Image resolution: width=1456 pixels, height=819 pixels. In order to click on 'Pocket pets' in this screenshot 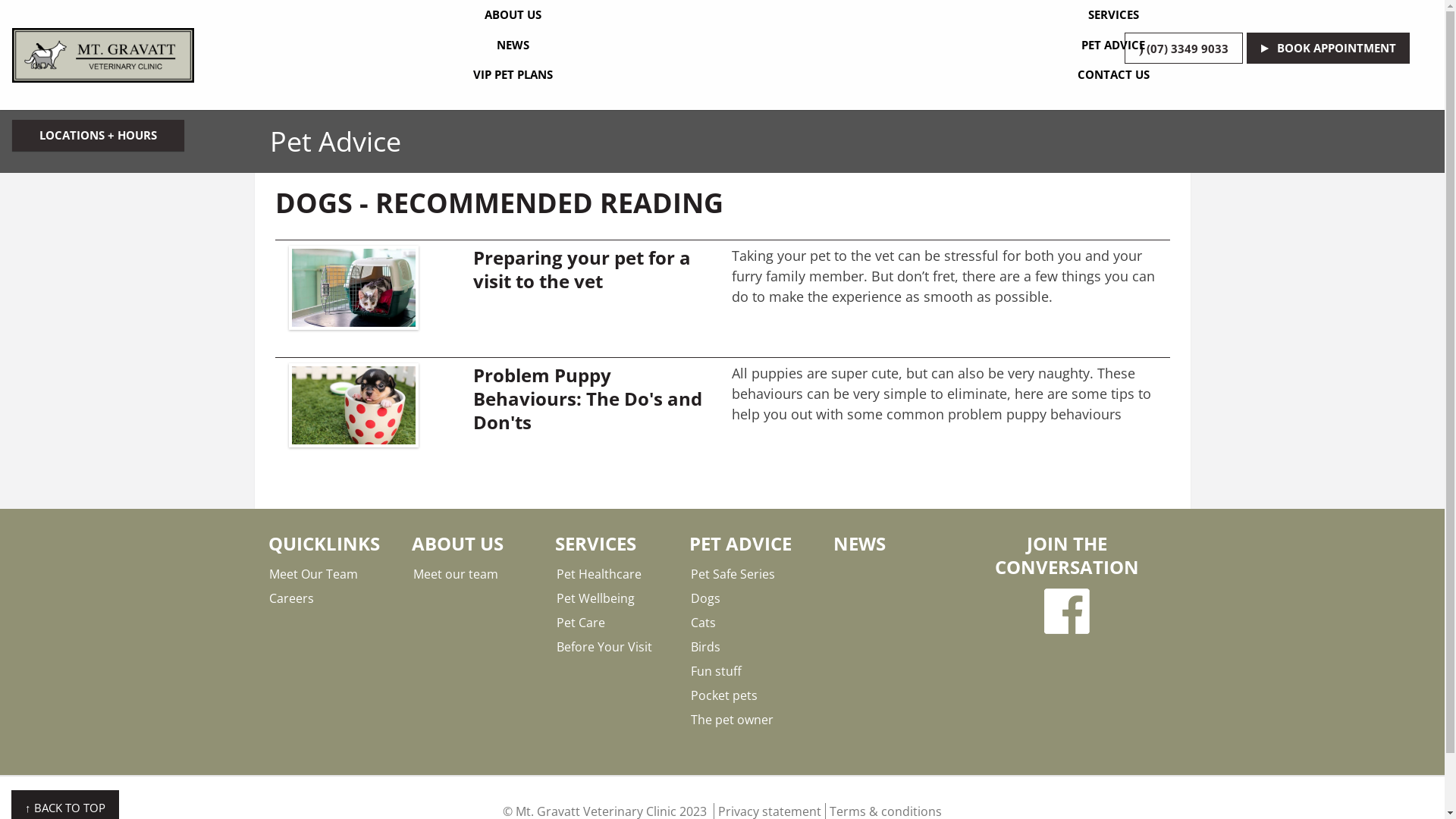, I will do `click(690, 695)`.